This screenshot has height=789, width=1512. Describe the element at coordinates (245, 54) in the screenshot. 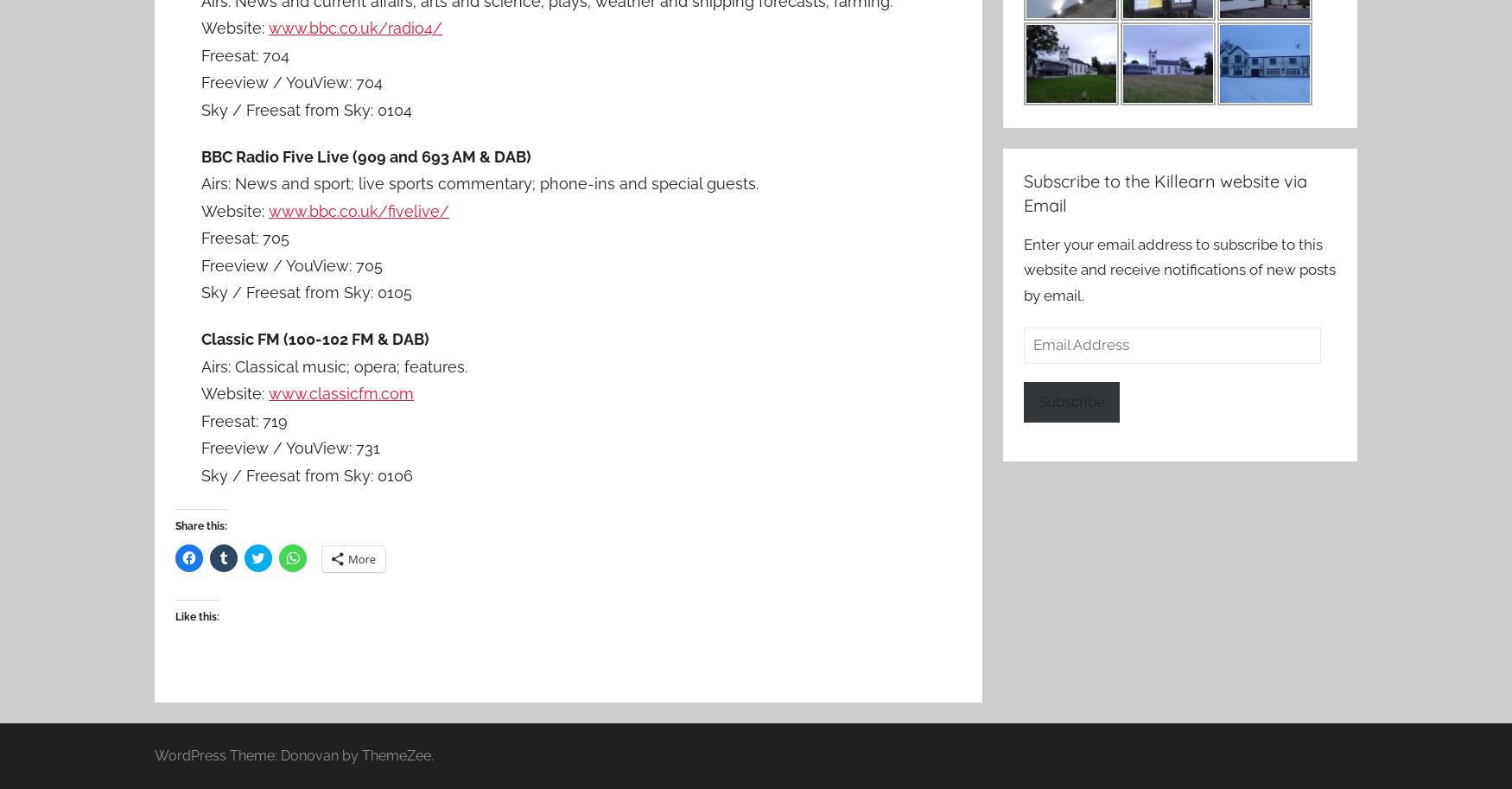

I see `'Freesat: 704'` at that location.